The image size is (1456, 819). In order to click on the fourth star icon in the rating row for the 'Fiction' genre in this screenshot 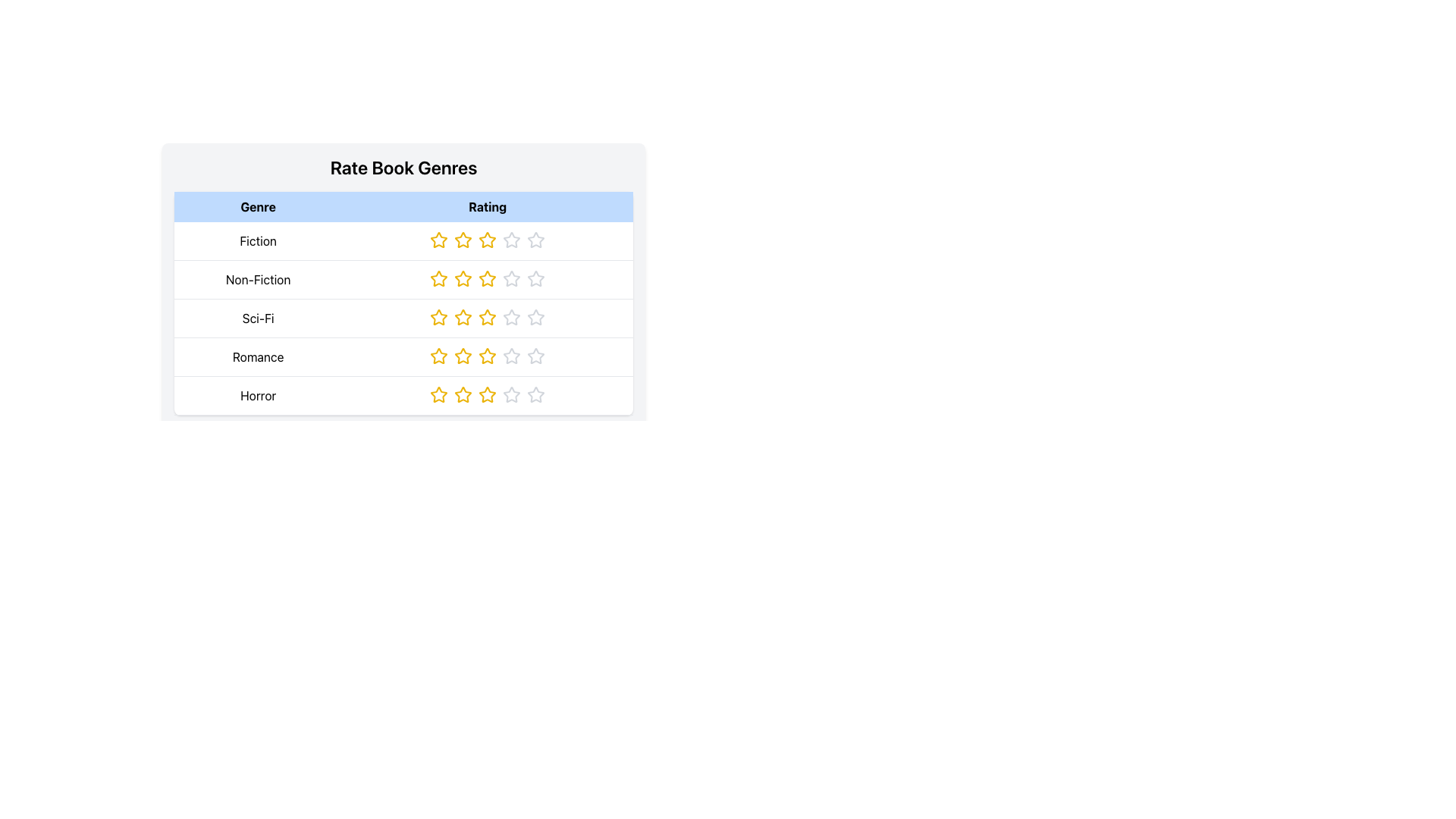, I will do `click(536, 239)`.